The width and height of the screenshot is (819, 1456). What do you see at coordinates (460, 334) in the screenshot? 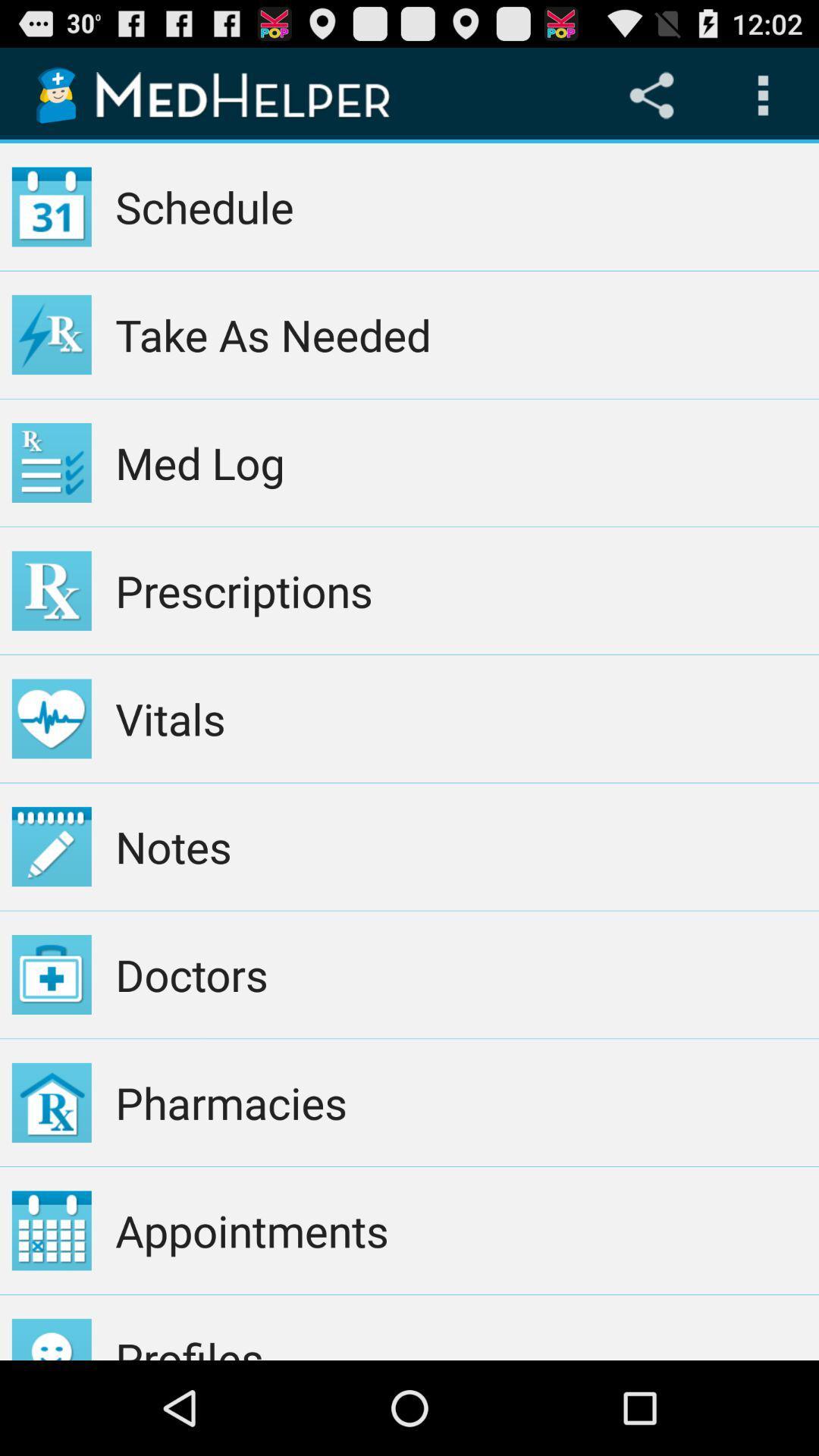
I see `item below schedule app` at bounding box center [460, 334].